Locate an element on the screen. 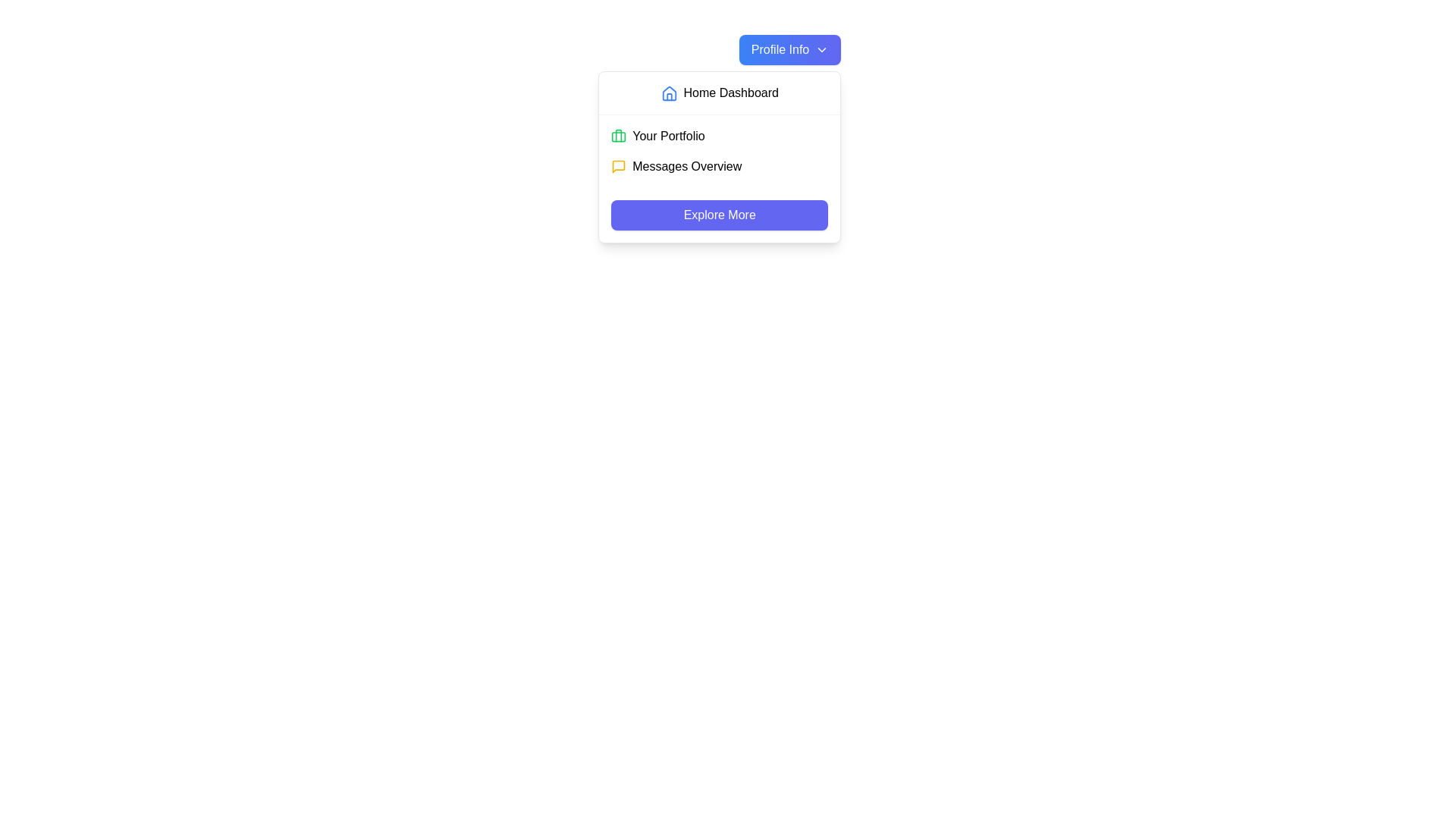  the 'Messages Overview' text label in the dropdown menu is located at coordinates (686, 166).